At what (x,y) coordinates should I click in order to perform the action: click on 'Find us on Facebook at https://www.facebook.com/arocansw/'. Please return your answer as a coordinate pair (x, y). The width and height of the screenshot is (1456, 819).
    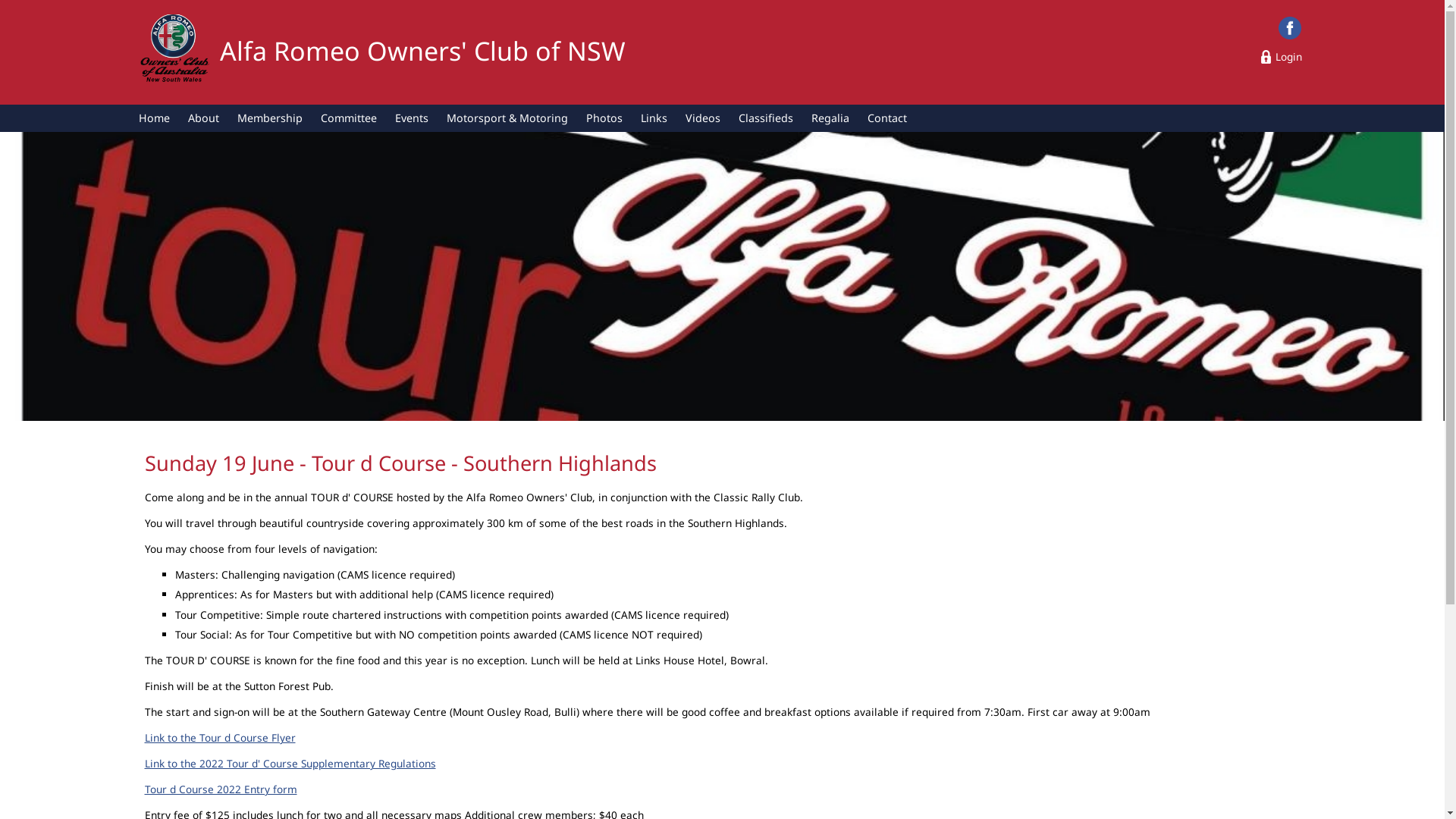
    Looking at the image, I should click on (1288, 28).